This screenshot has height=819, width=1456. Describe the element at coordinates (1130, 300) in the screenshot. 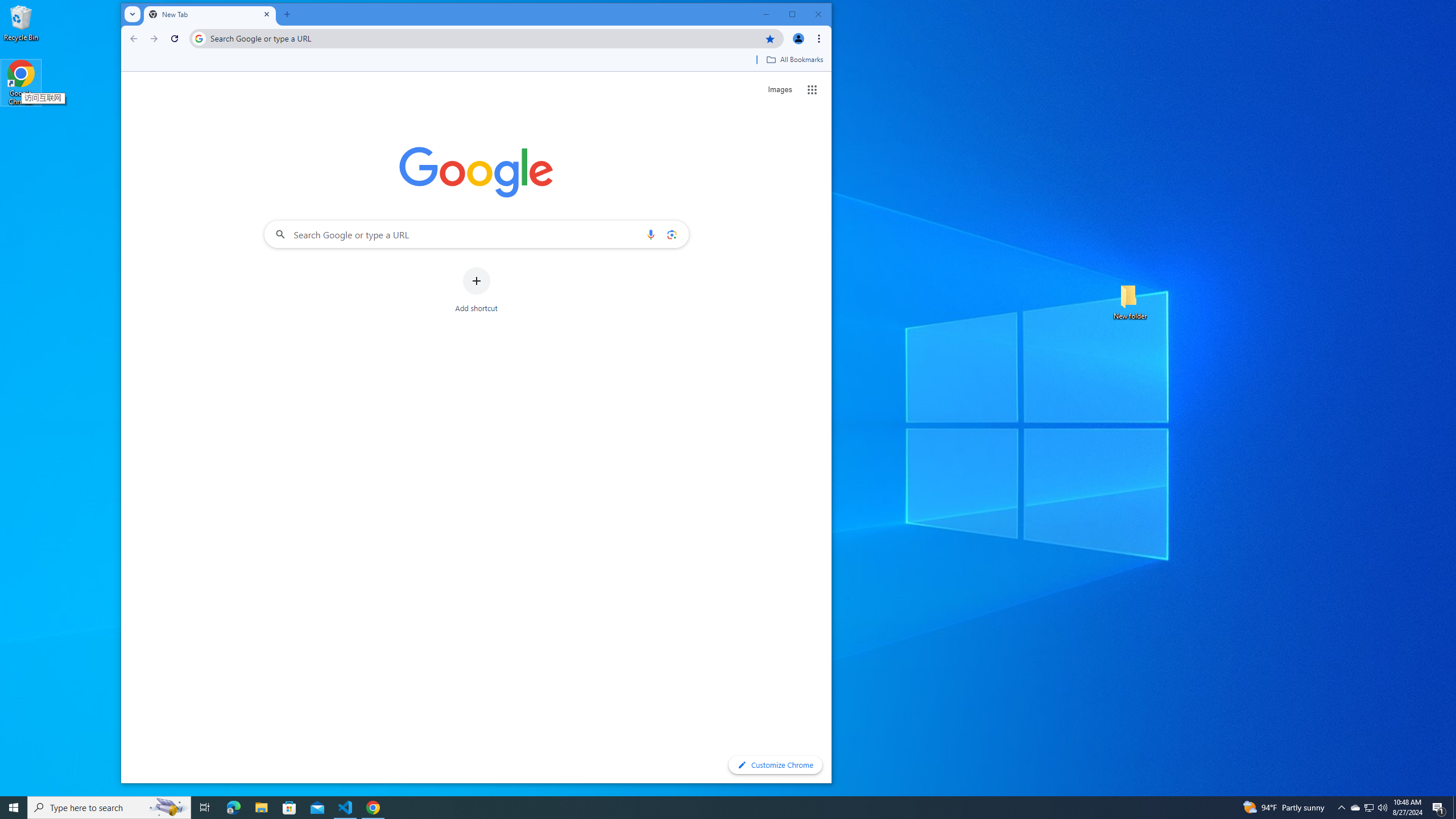

I see `'New folder'` at that location.